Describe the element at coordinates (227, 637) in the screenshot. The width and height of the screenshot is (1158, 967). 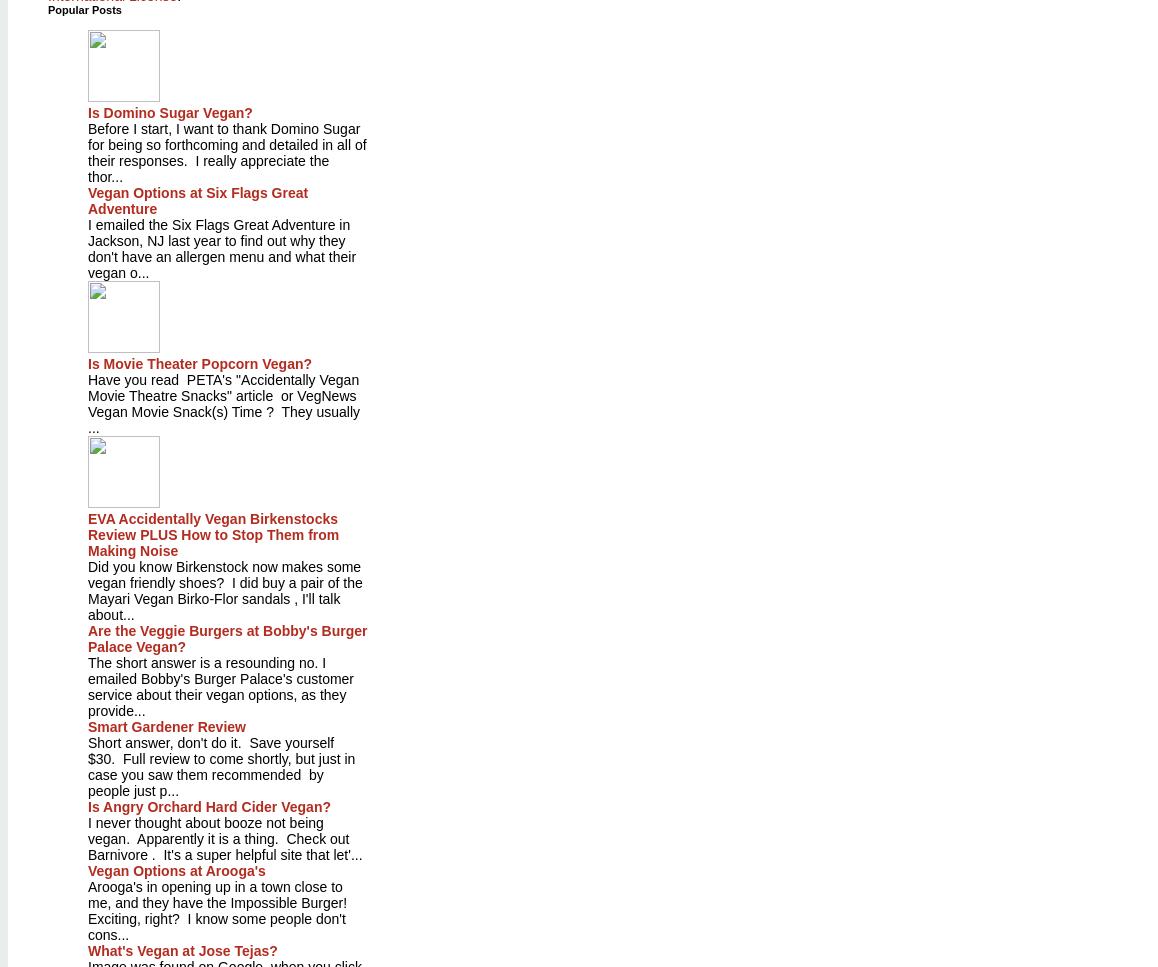
I see `'Are the Veggie Burgers at Bobby's Burger Palace Vegan?'` at that location.